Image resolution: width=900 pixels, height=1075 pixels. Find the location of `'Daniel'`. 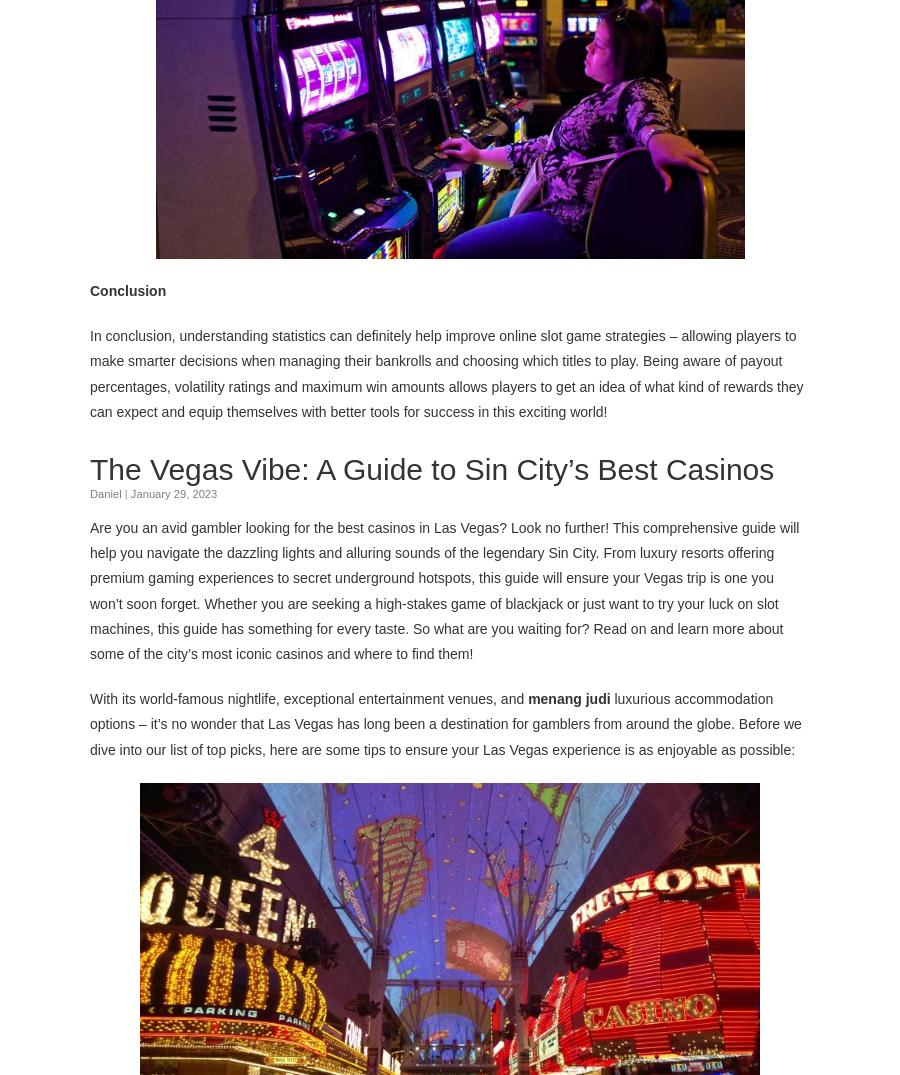

'Daniel' is located at coordinates (104, 491).